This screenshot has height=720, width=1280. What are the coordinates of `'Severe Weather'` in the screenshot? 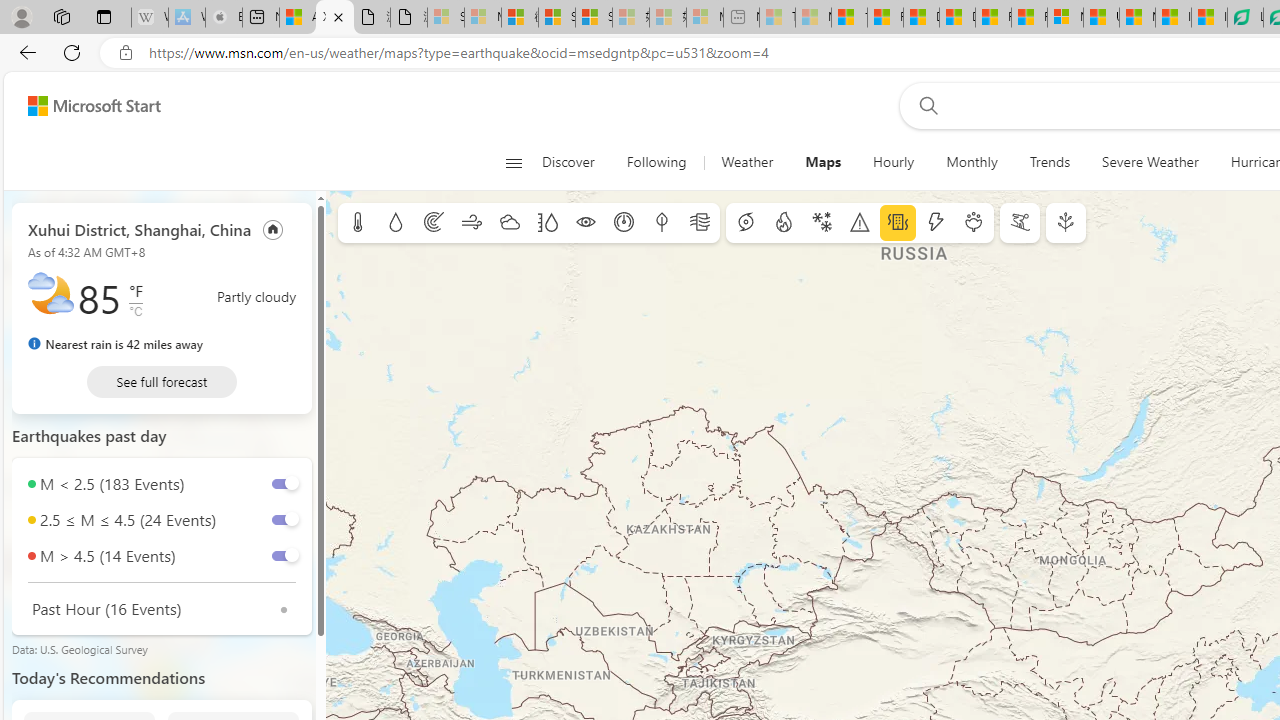 It's located at (1150, 162).